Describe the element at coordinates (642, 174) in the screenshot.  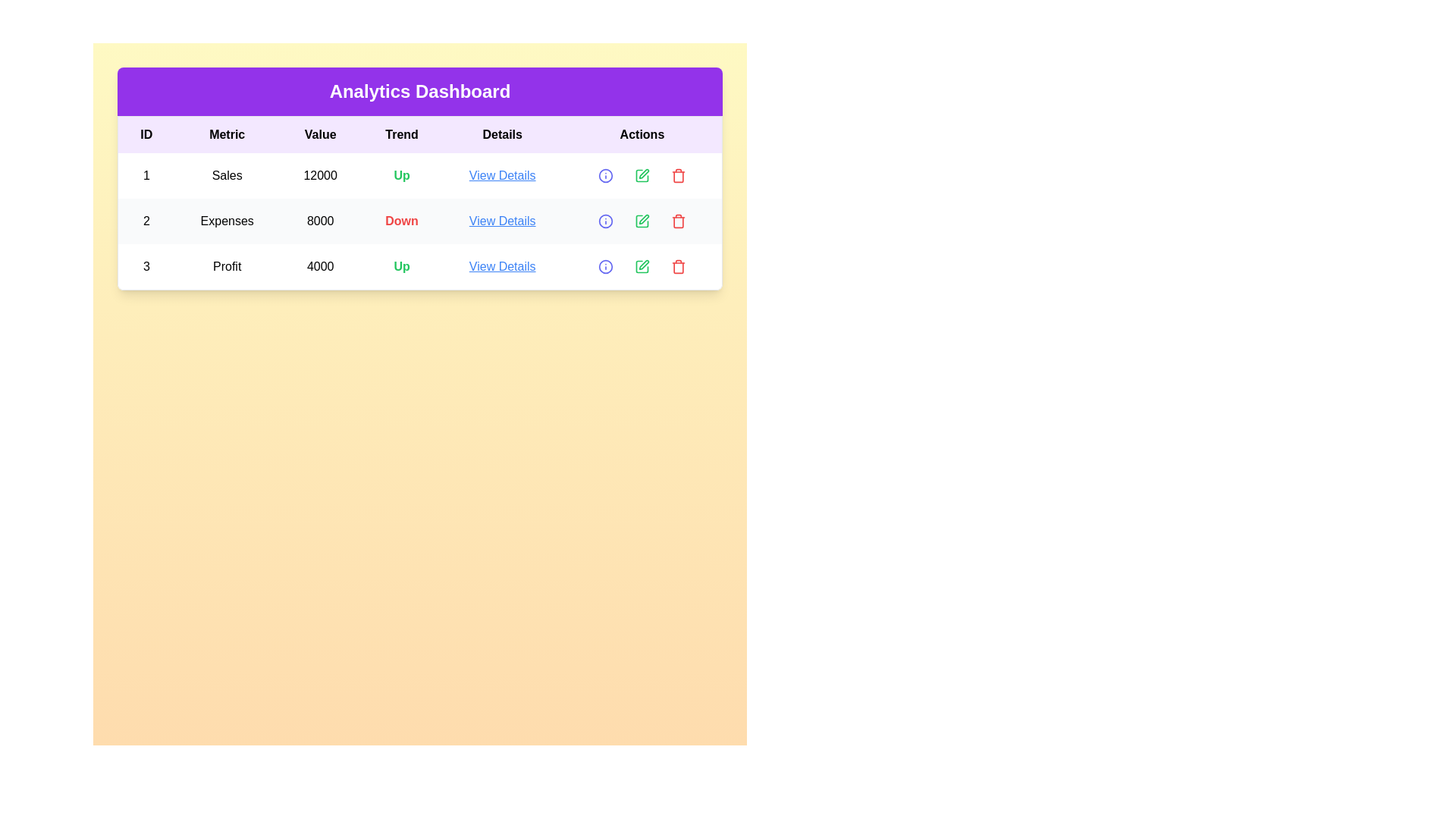
I see `the green square button with an edit icon located in the 'Actions' column of the first row in the table to initiate editing` at that location.